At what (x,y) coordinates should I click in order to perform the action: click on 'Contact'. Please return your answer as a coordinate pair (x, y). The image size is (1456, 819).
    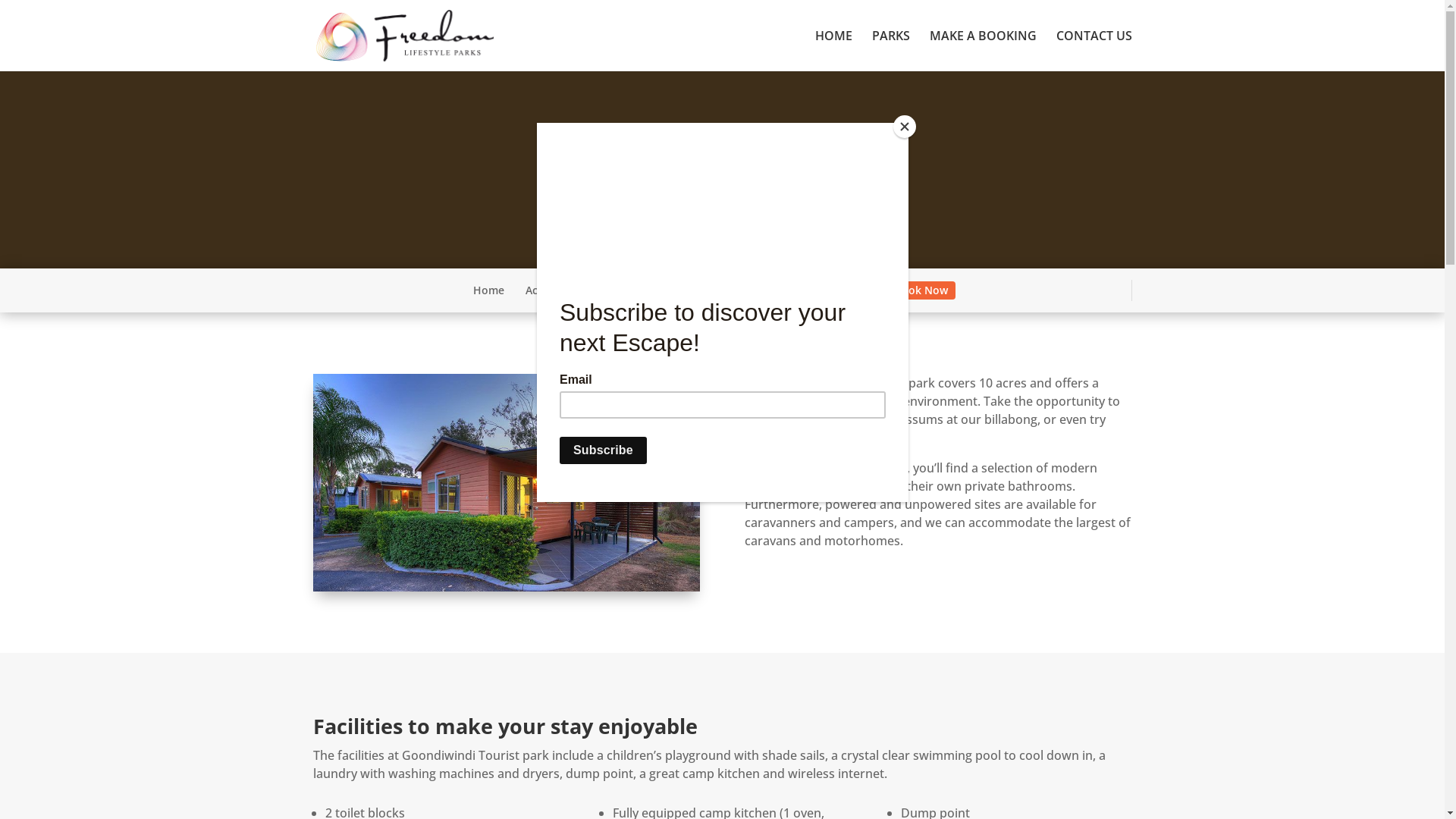
    Looking at the image, I should click on (852, 290).